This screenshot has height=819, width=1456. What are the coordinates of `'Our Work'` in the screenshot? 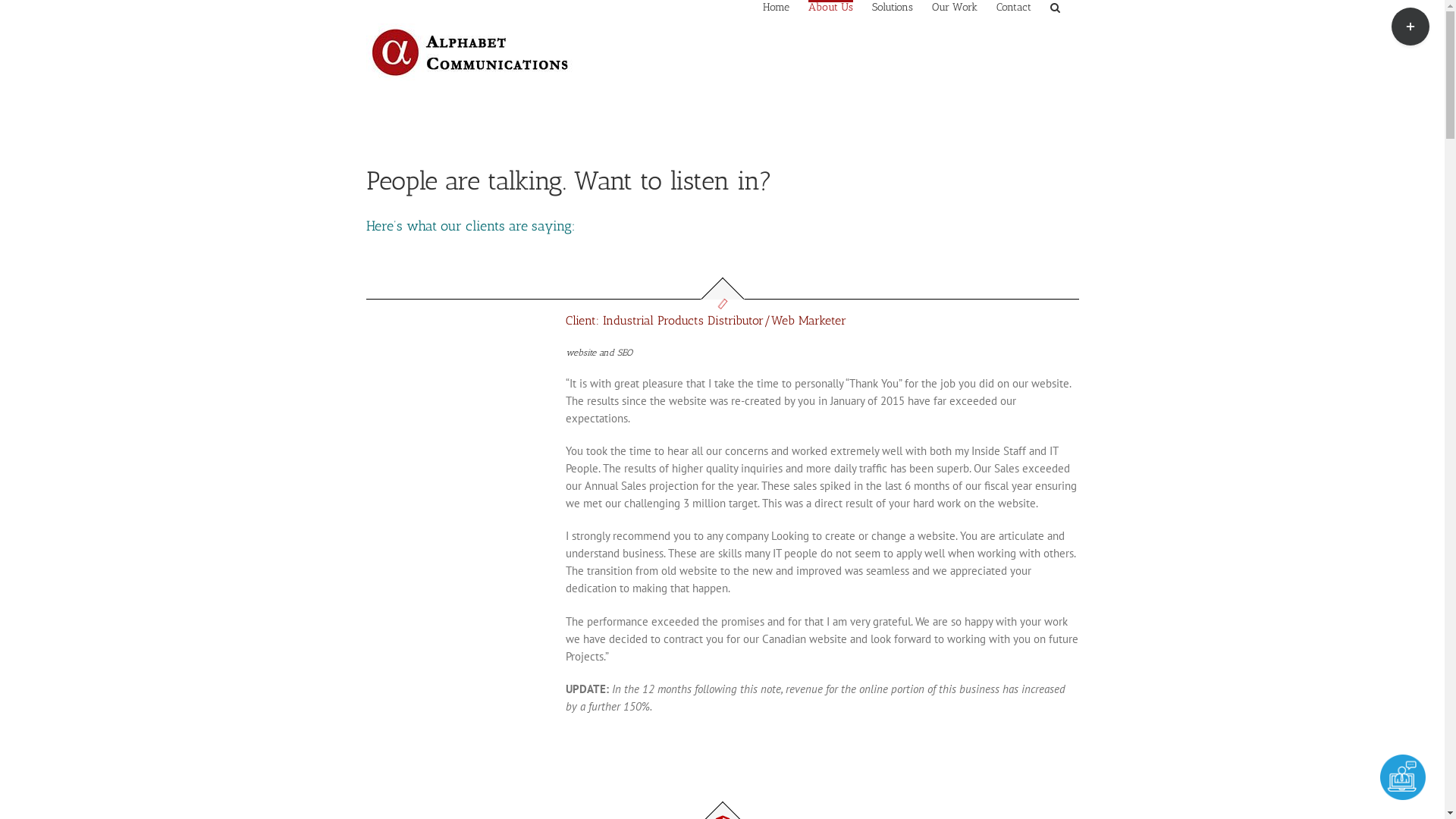 It's located at (952, 6).